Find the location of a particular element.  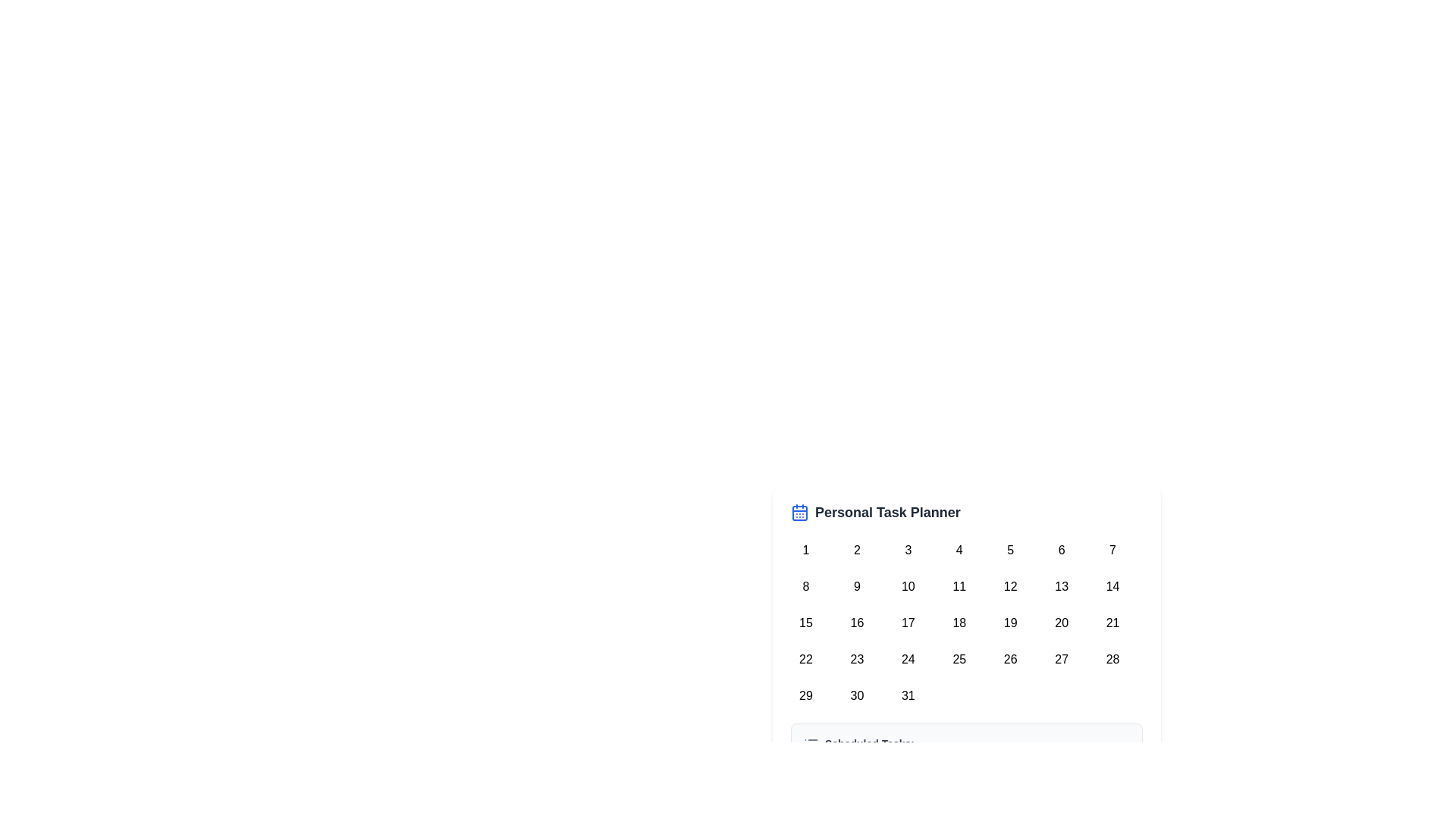

the date in the calendar grid layout representing a calendar, specifically selecting the date displayed in a circular button is located at coordinates (966, 623).